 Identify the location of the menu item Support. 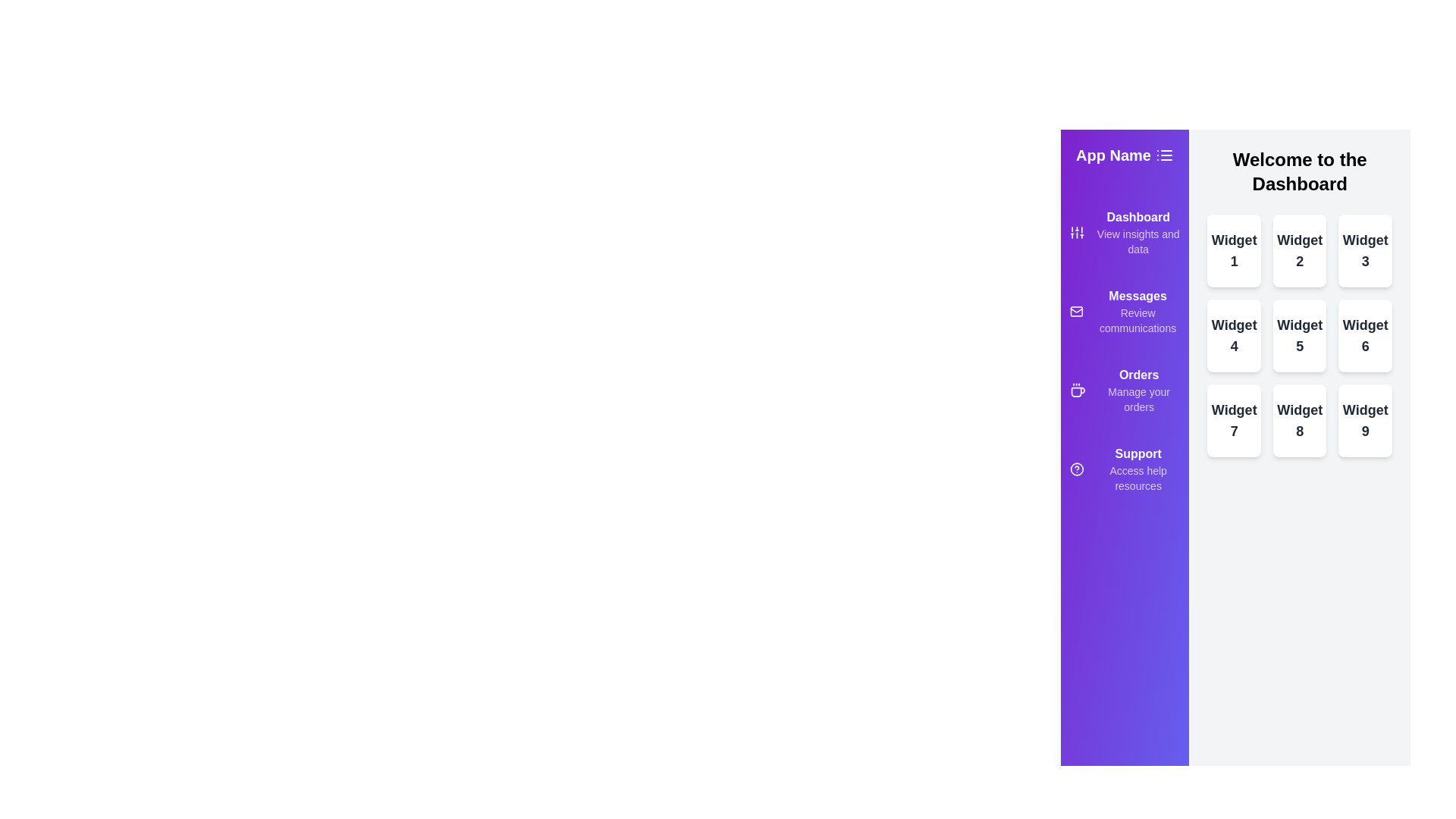
(1125, 468).